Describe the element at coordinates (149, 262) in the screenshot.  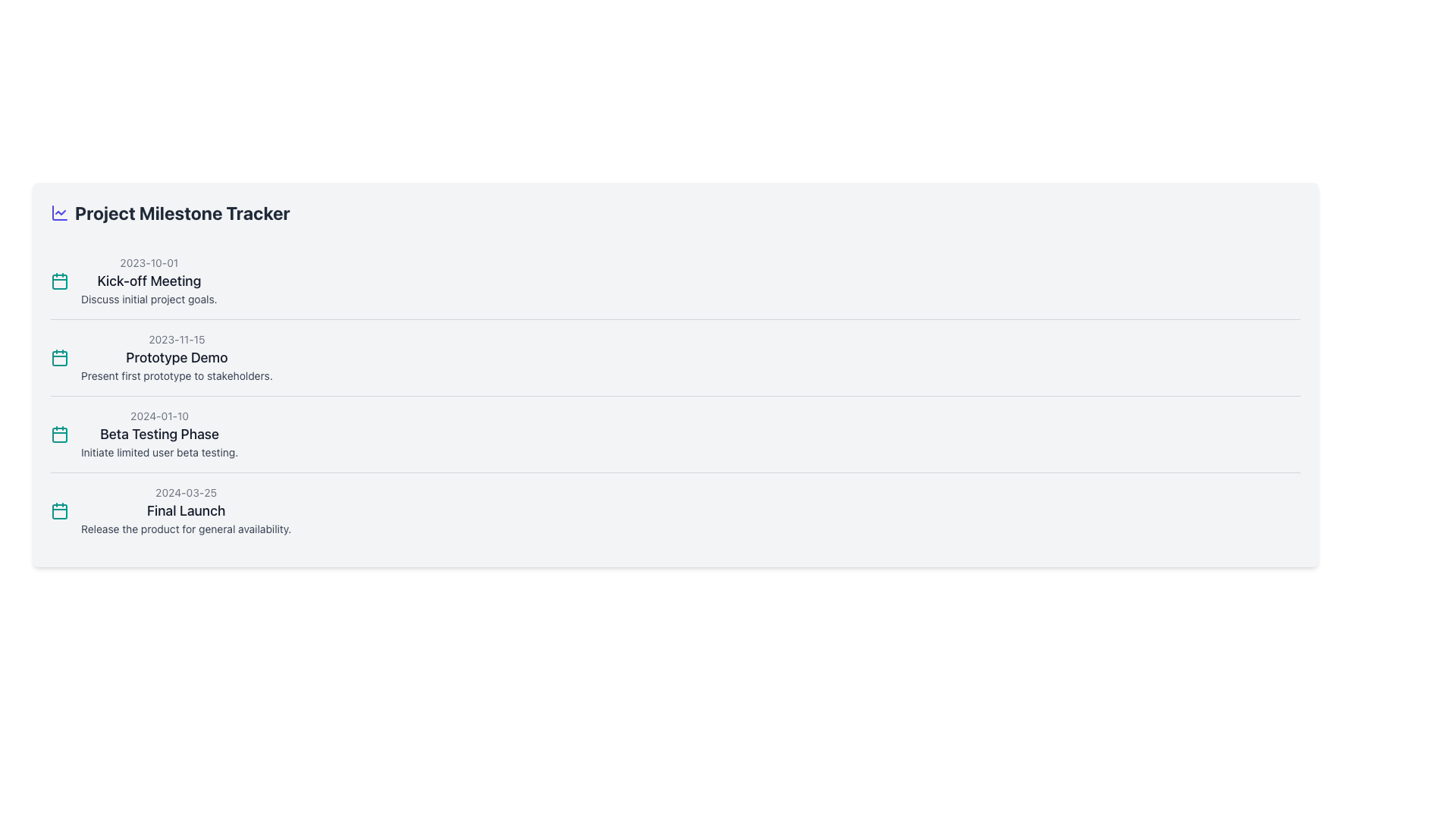
I see `the text label that provides a date reference for the 'Kick-off Meeting' event located in the top-left segment of the event detail group` at that location.